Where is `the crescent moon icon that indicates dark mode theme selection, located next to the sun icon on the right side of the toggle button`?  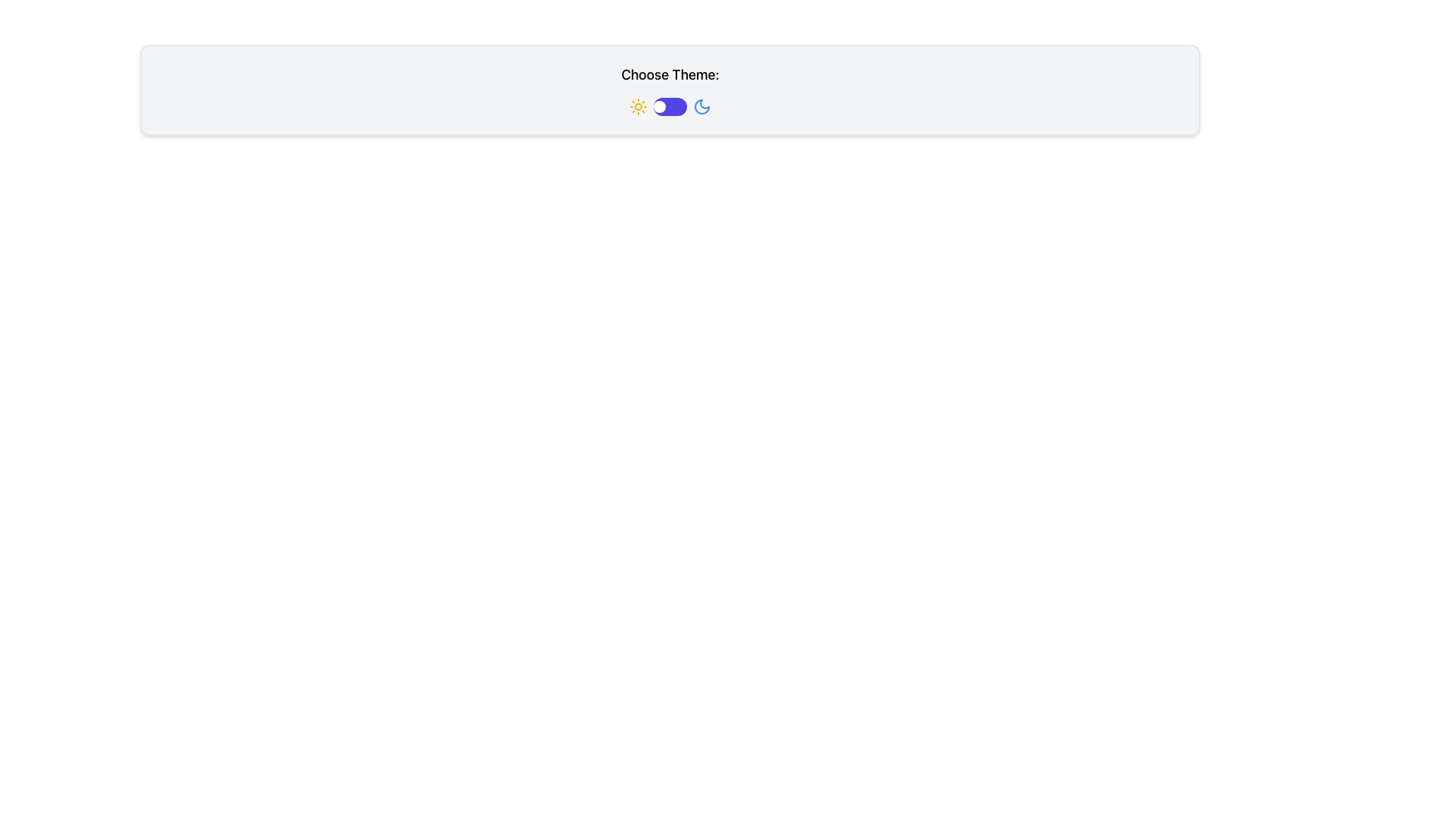 the crescent moon icon that indicates dark mode theme selection, located next to the sun icon on the right side of the toggle button is located at coordinates (701, 106).